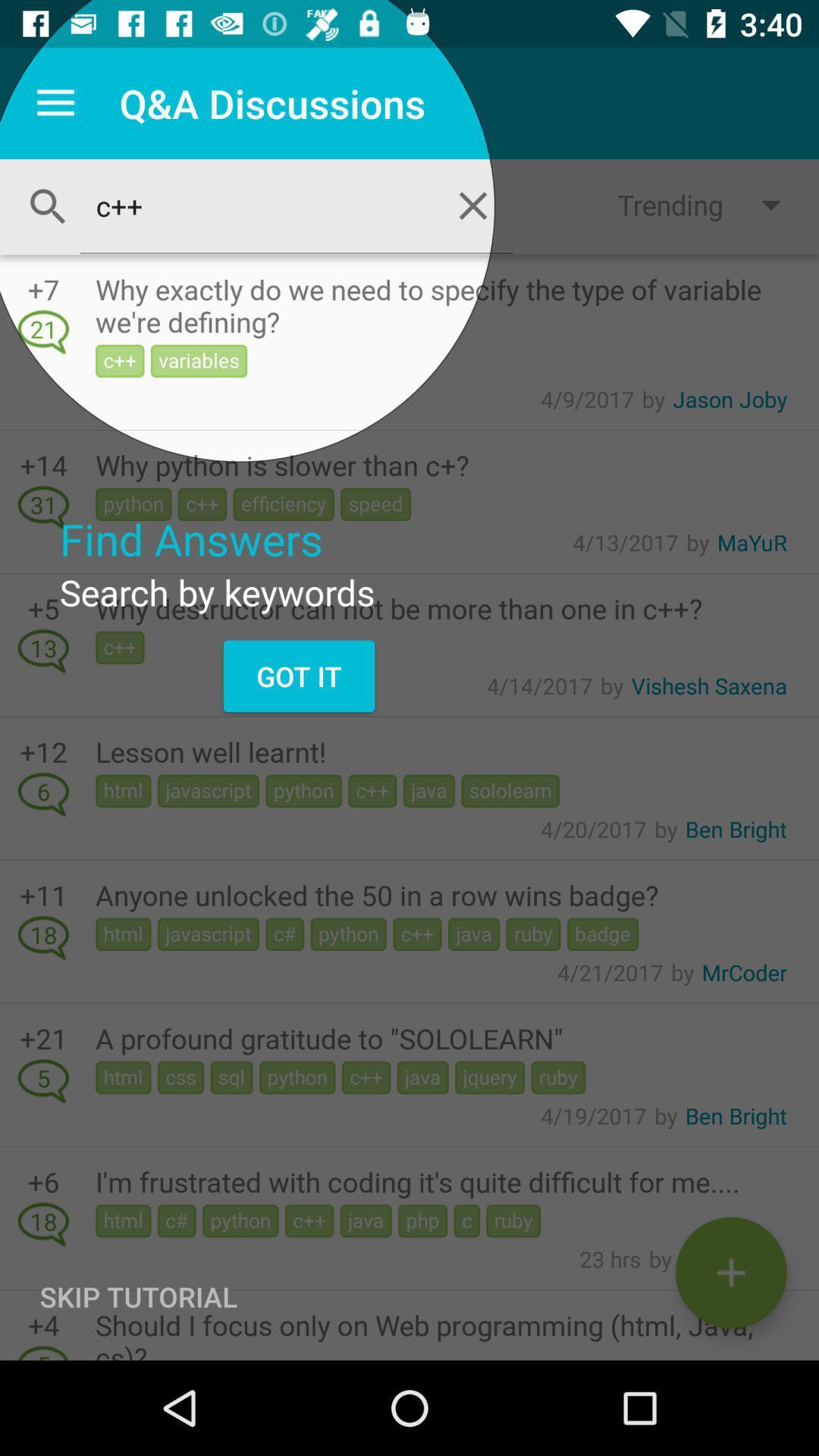 This screenshot has height=1456, width=819. What do you see at coordinates (472, 205) in the screenshot?
I see `the close icon` at bounding box center [472, 205].